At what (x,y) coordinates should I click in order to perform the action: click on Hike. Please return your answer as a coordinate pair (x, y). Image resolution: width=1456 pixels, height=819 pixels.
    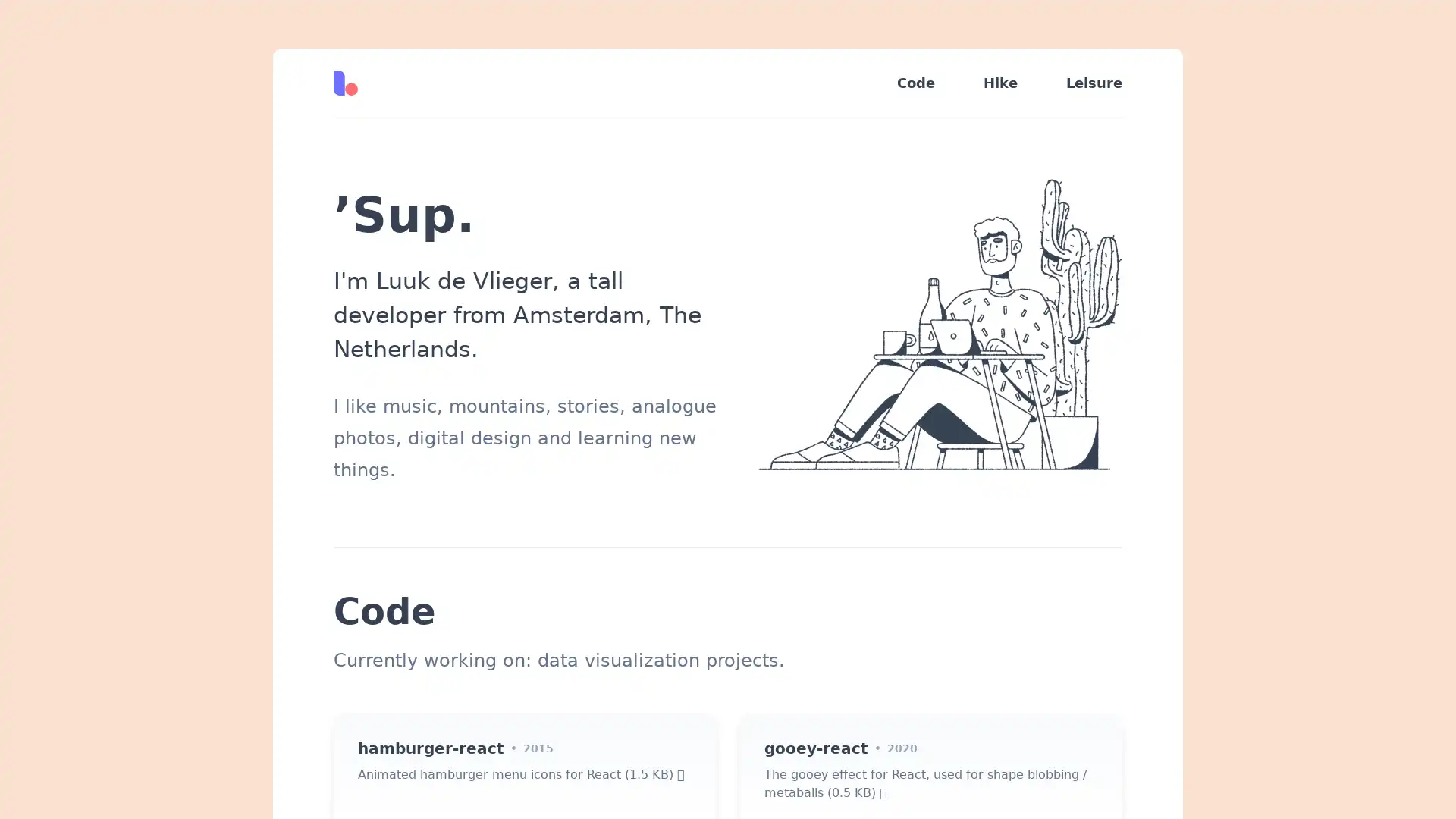
    Looking at the image, I should click on (1000, 83).